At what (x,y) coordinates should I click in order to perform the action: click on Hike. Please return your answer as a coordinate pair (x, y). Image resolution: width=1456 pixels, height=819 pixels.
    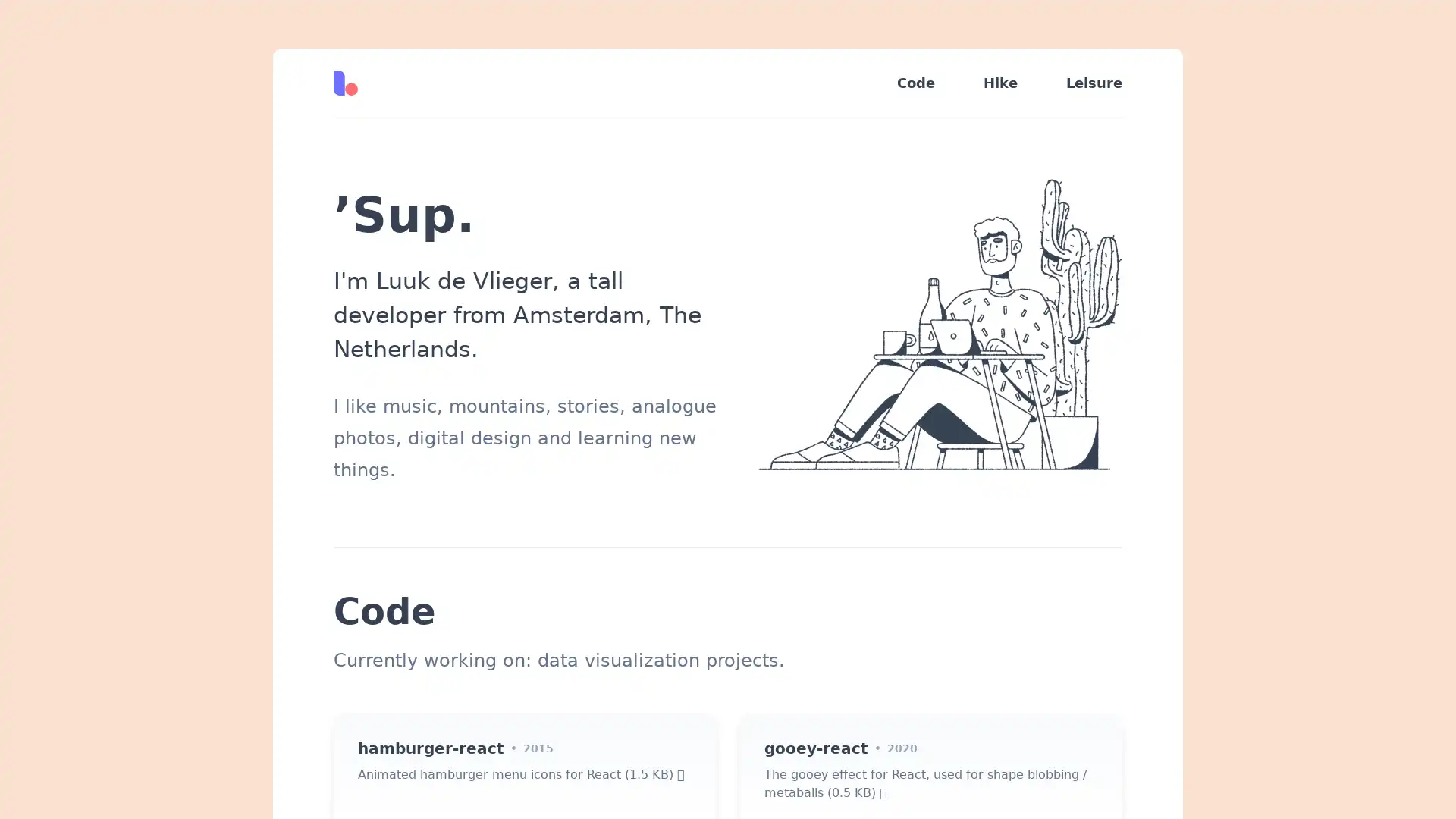
    Looking at the image, I should click on (1000, 83).